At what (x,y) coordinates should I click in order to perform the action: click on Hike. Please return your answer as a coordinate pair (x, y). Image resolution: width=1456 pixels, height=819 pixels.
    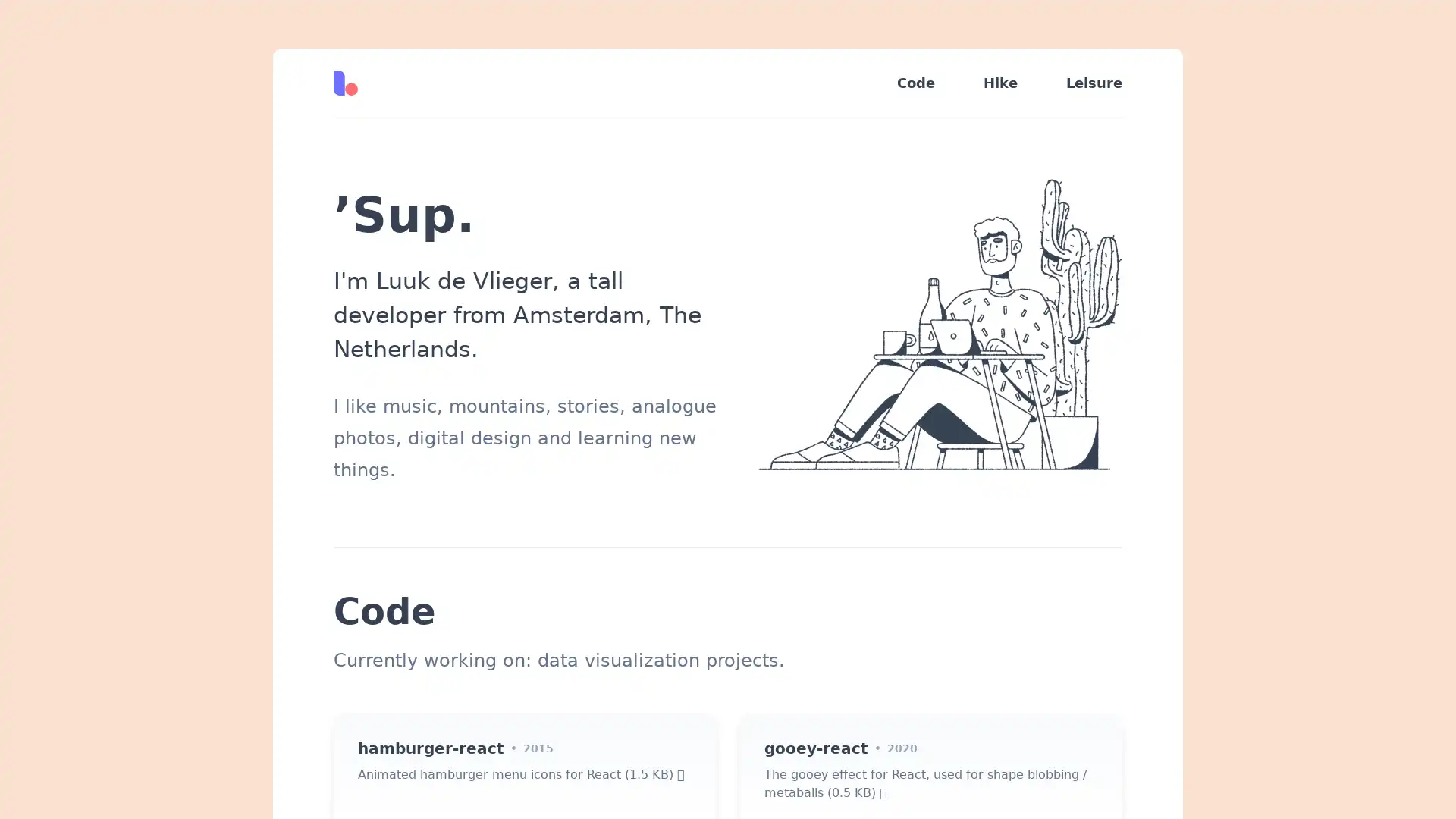
    Looking at the image, I should click on (1000, 83).